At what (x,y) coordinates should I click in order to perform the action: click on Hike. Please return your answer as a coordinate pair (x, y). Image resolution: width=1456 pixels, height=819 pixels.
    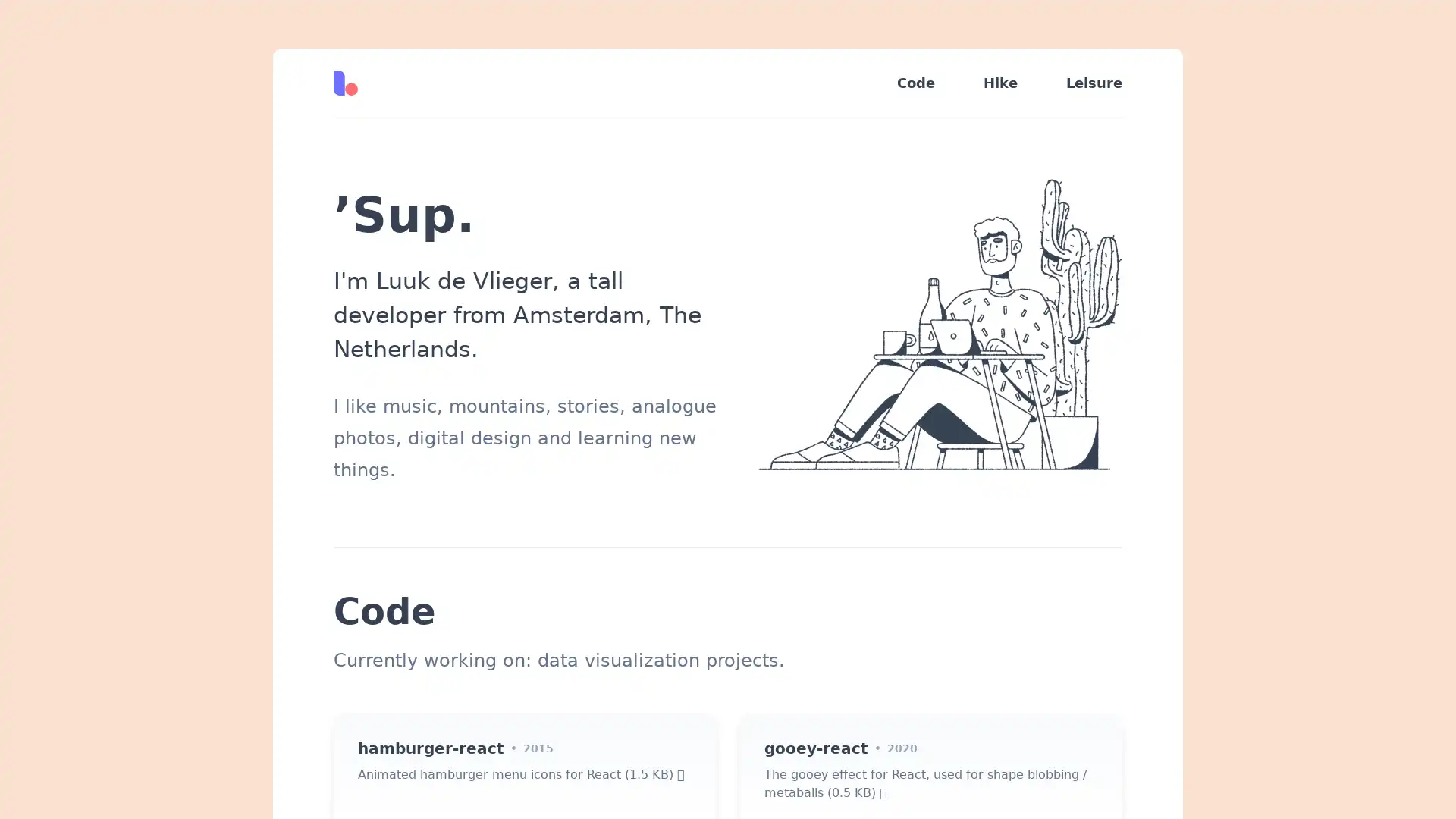
    Looking at the image, I should click on (1000, 83).